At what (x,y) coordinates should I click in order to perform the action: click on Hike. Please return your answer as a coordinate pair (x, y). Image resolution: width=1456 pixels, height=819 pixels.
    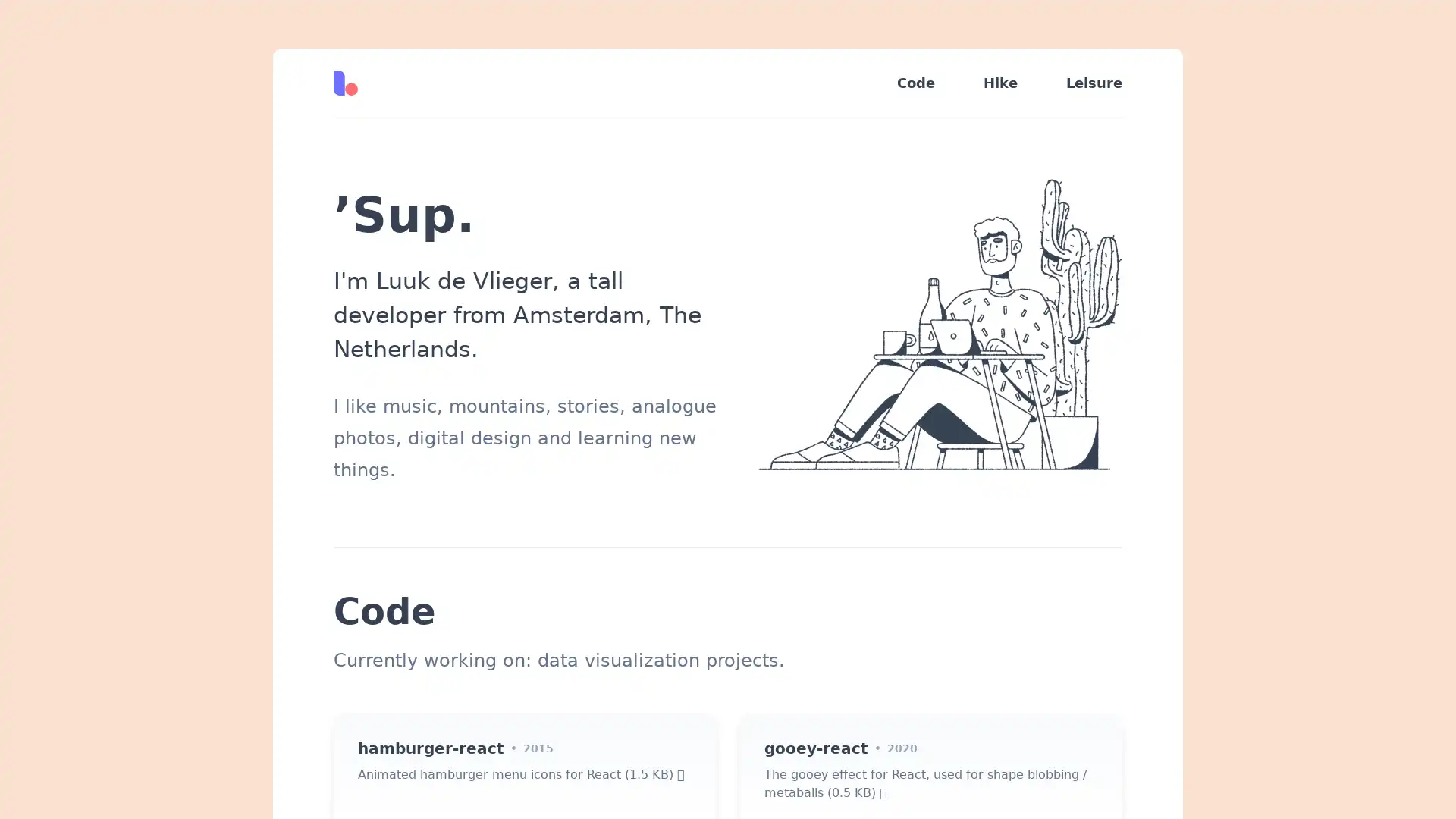
    Looking at the image, I should click on (1000, 83).